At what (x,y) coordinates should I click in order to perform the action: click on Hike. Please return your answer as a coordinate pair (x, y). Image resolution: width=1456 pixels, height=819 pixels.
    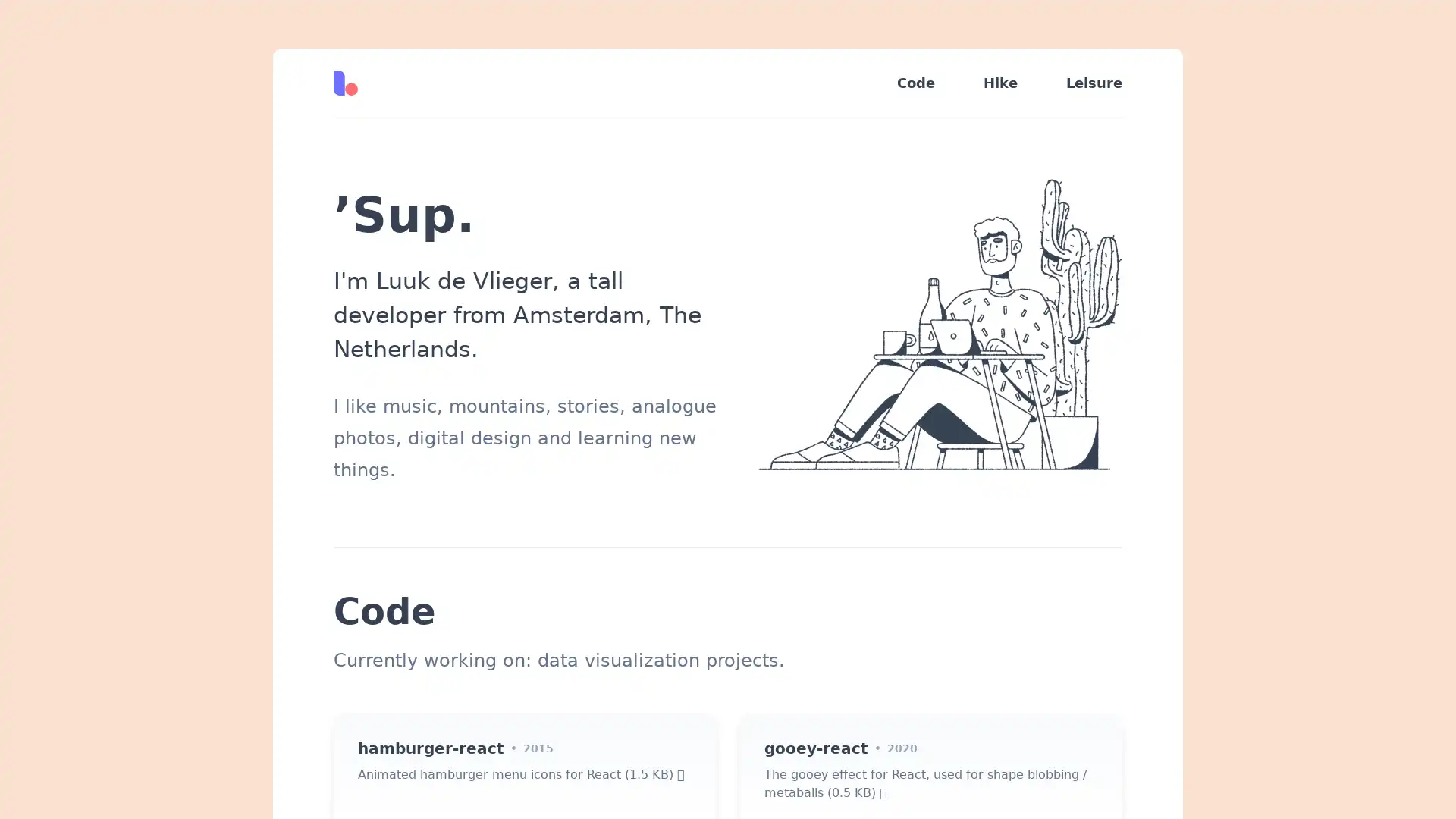
    Looking at the image, I should click on (1000, 83).